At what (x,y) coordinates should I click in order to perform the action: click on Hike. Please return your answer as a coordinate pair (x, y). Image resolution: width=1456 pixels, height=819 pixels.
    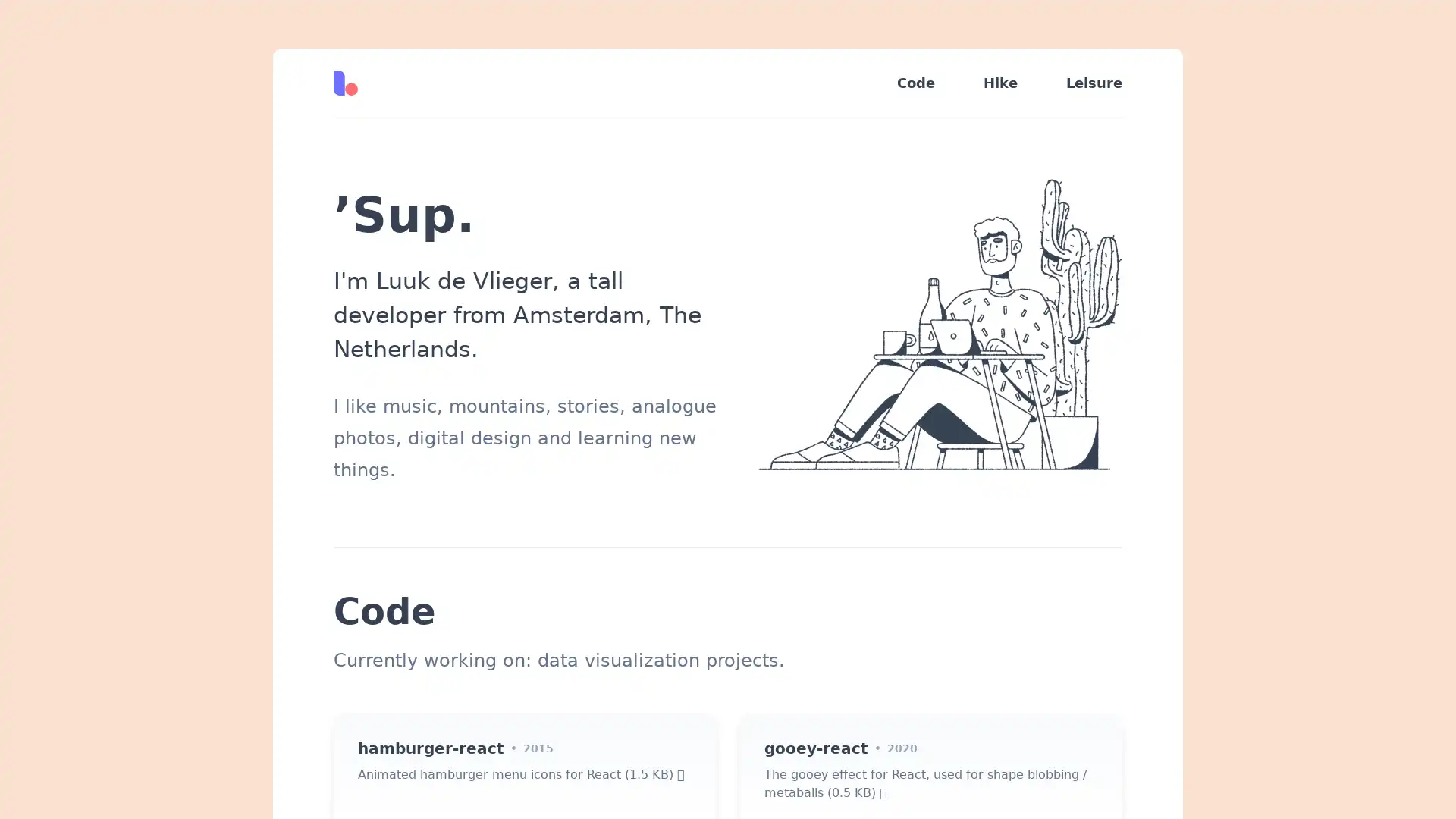
    Looking at the image, I should click on (1000, 83).